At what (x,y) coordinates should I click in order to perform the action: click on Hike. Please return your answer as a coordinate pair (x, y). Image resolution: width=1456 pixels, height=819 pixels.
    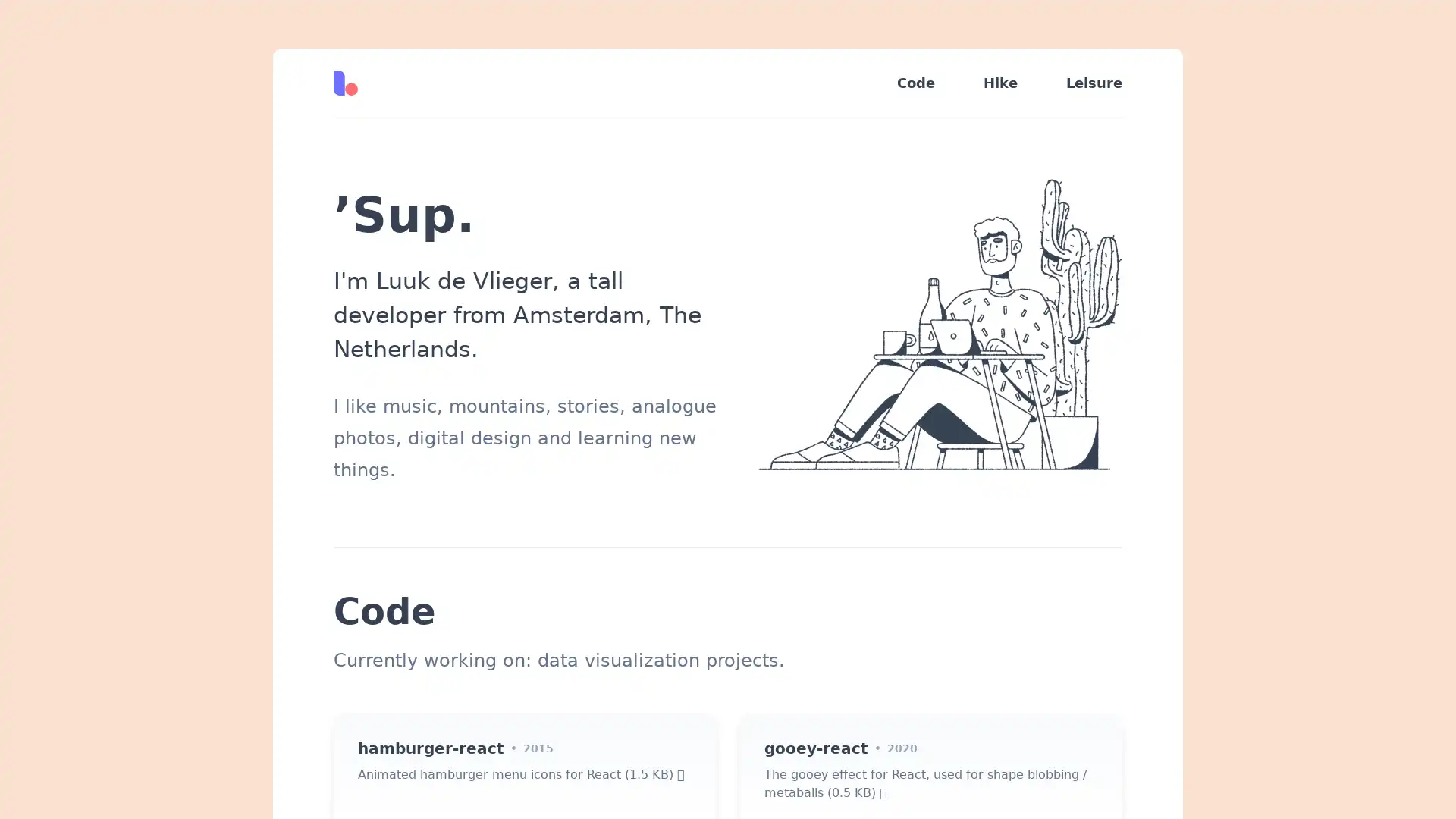
    Looking at the image, I should click on (1000, 83).